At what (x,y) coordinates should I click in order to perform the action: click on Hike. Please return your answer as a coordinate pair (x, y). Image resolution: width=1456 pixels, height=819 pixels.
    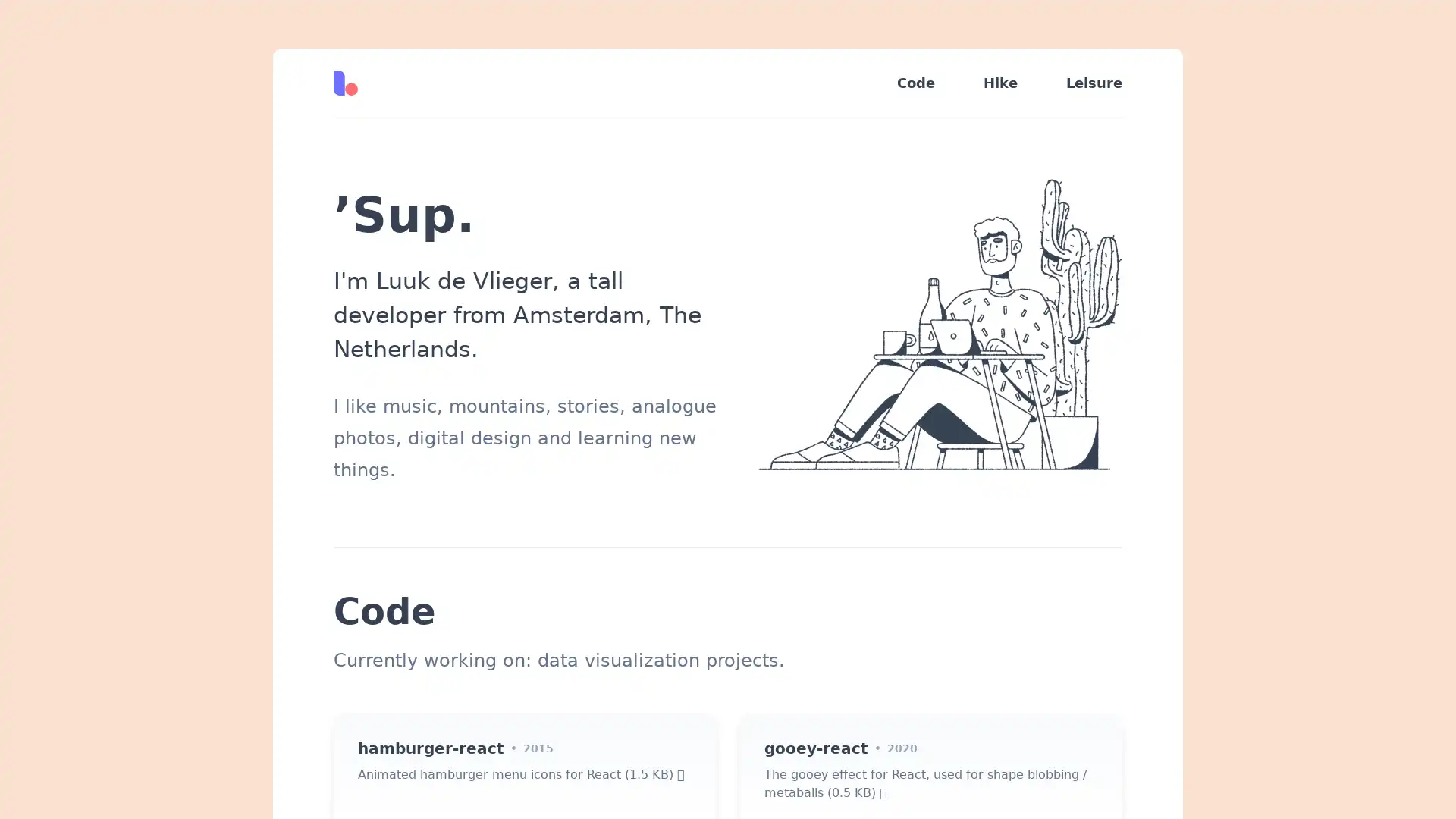
    Looking at the image, I should click on (1000, 83).